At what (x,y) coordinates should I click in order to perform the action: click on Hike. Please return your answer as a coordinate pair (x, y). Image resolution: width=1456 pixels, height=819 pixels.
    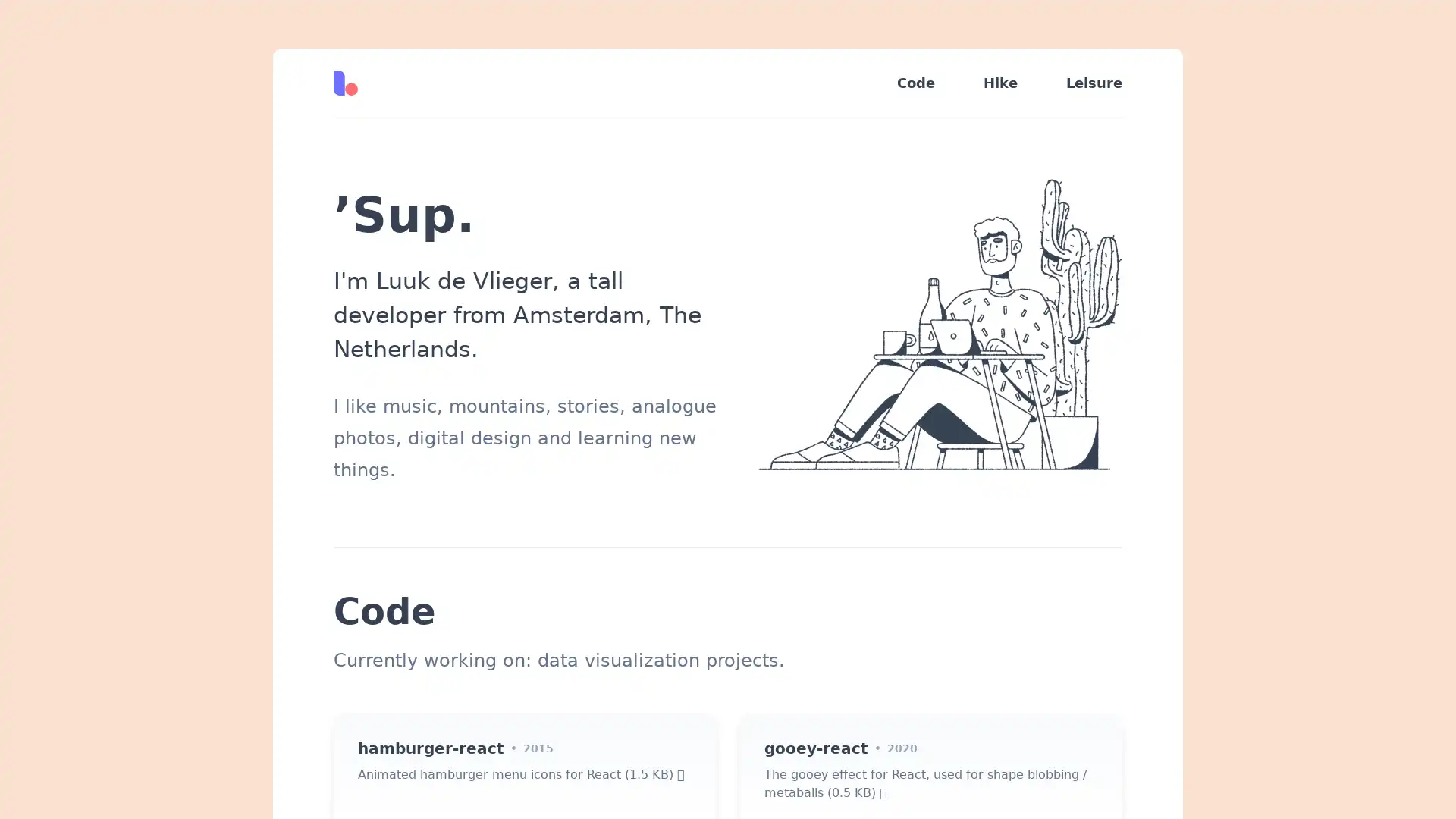
    Looking at the image, I should click on (1000, 83).